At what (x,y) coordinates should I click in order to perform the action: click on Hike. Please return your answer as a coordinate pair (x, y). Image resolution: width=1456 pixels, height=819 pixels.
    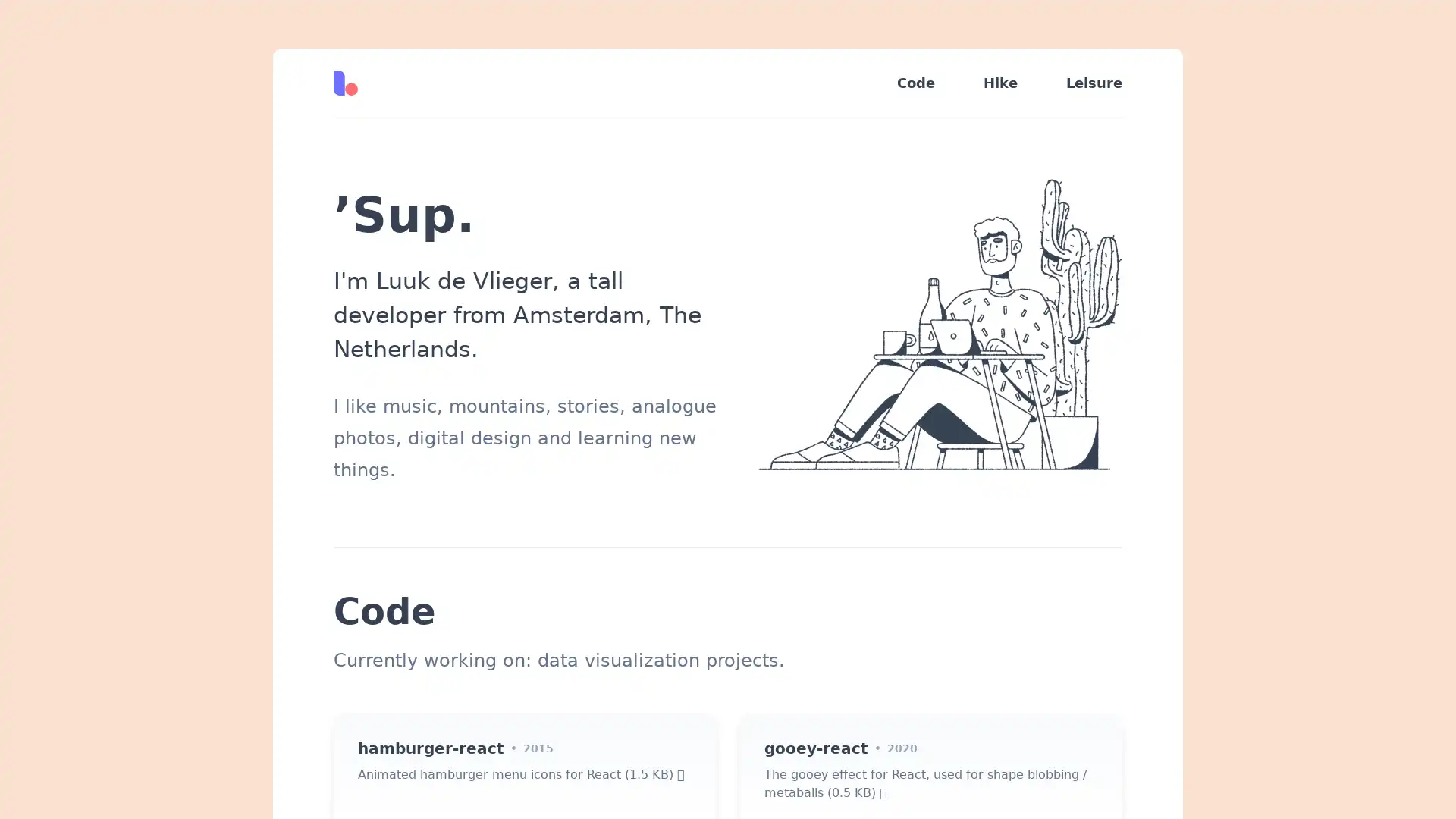
    Looking at the image, I should click on (1000, 83).